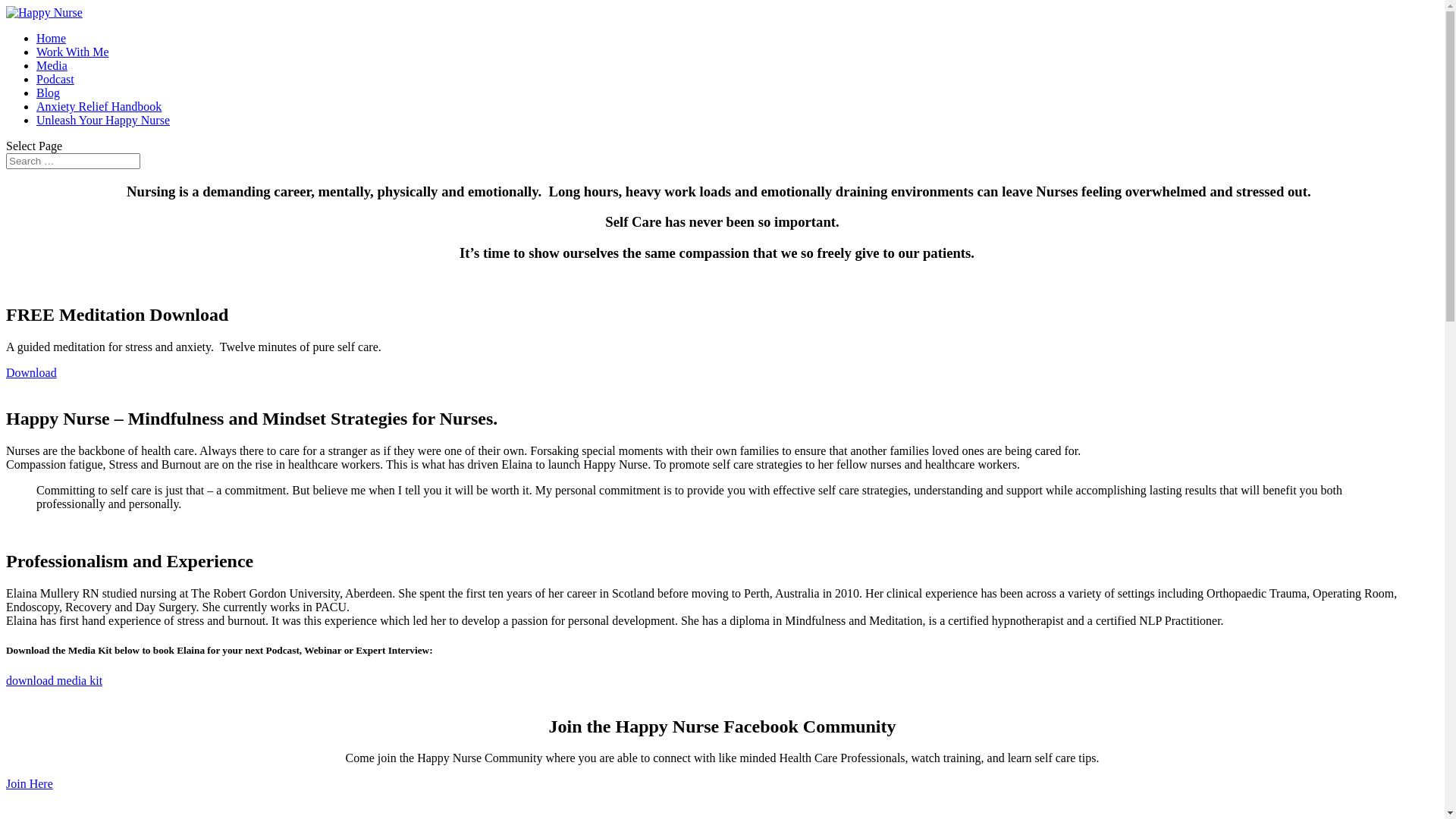 This screenshot has height=819, width=1456. What do you see at coordinates (6, 783) in the screenshot?
I see `'Join Here'` at bounding box center [6, 783].